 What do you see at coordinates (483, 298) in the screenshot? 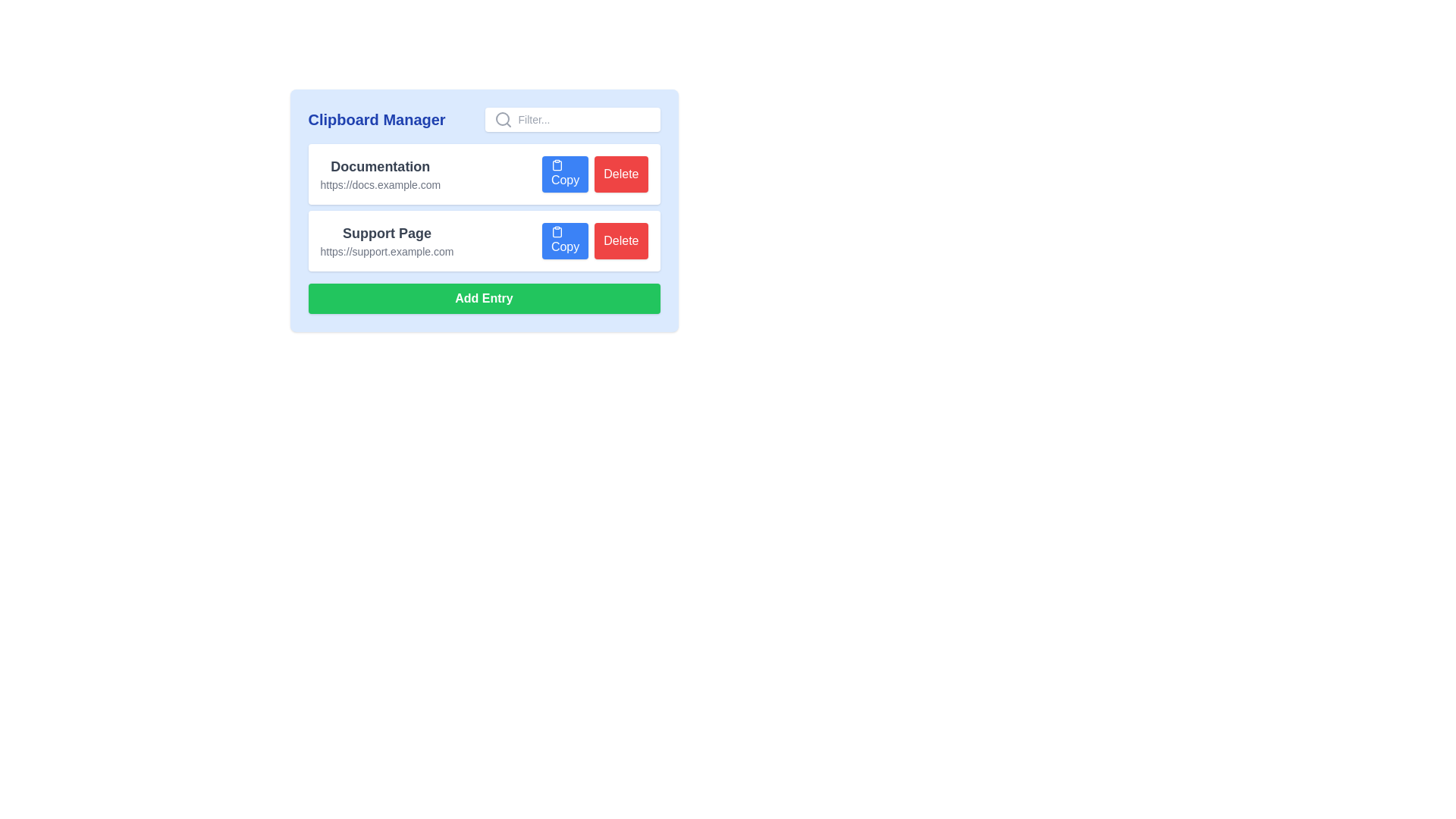
I see `the green 'Add Entry' button with white bold text located at the bottom of the content card` at bounding box center [483, 298].